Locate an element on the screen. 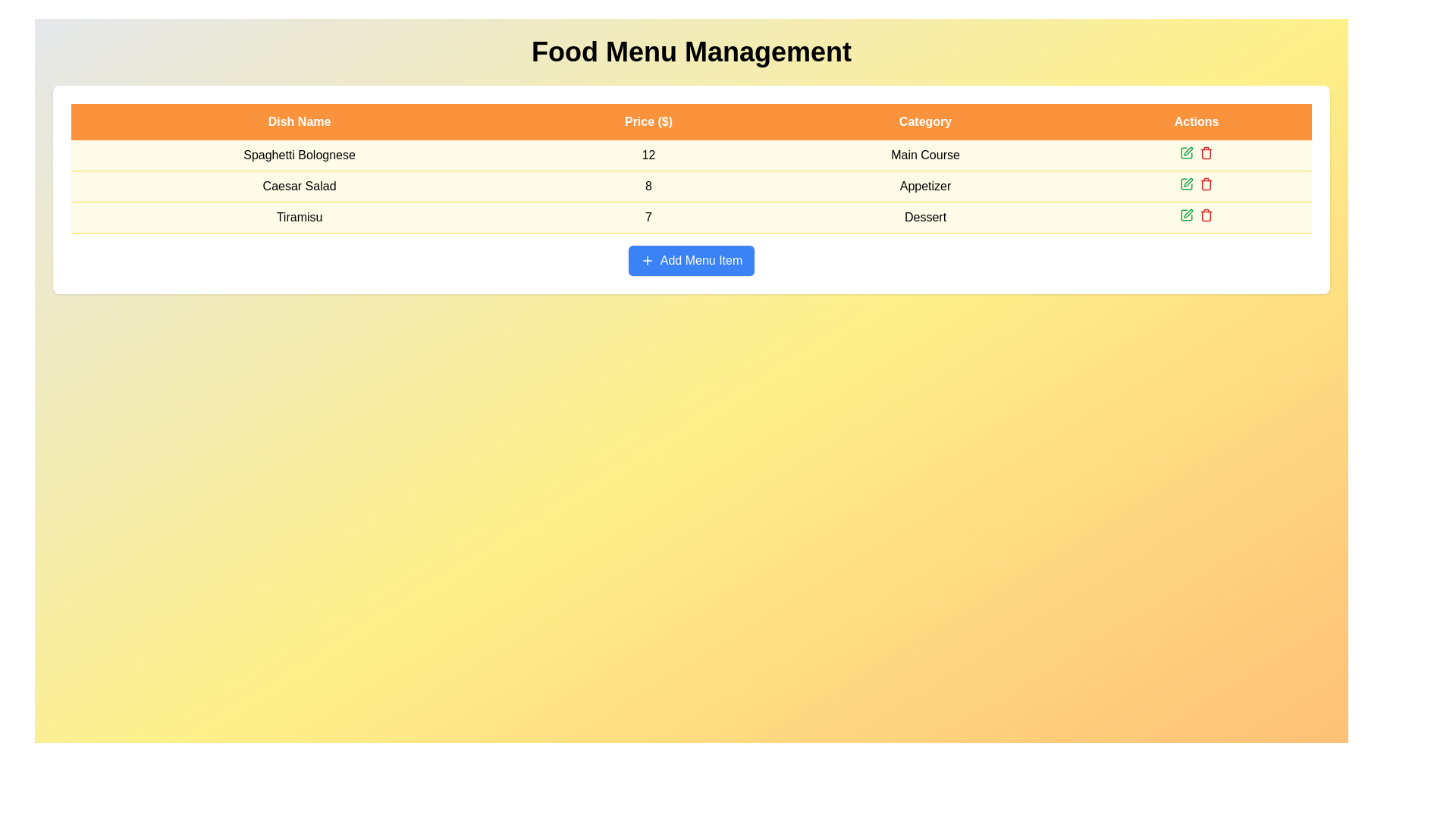 The height and width of the screenshot is (819, 1456). the fourth column header cell in the table, which is positioned to the far right, indicating that the column contains action icons or controls is located at coordinates (1196, 121).